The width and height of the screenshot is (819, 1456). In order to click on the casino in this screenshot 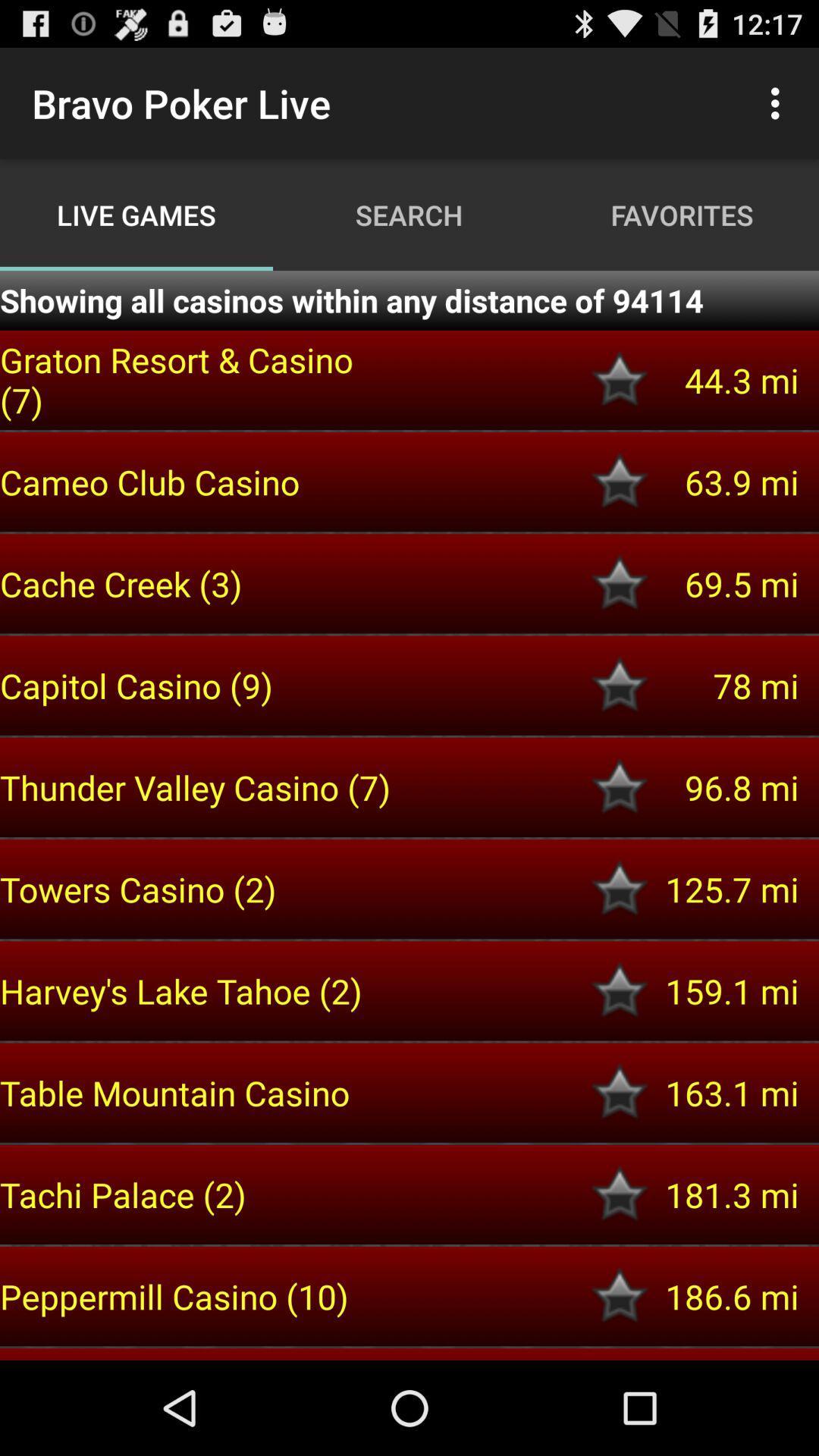, I will do `click(620, 1194)`.